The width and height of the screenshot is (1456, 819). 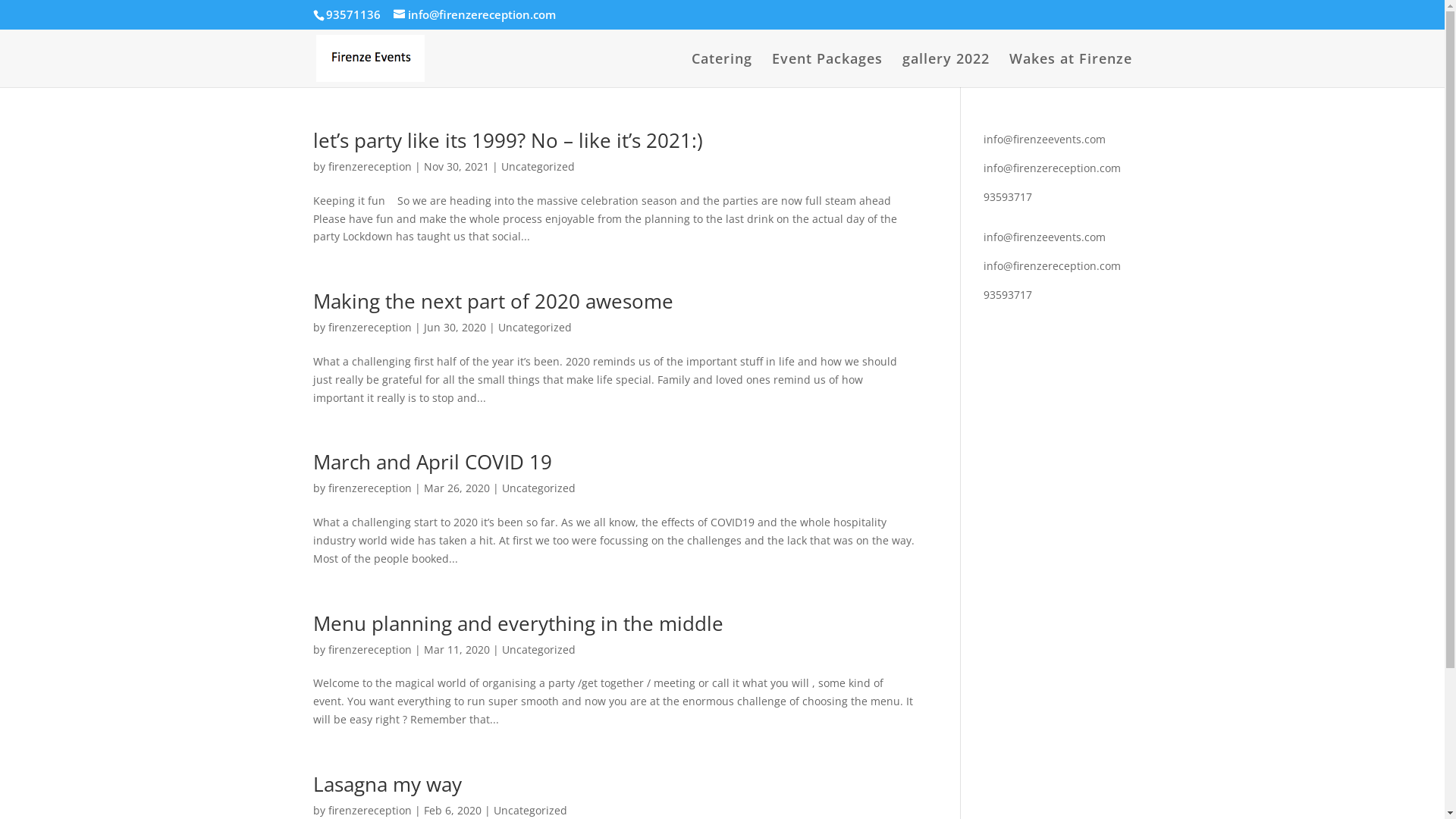 What do you see at coordinates (945, 70) in the screenshot?
I see `'gallery 2022'` at bounding box center [945, 70].